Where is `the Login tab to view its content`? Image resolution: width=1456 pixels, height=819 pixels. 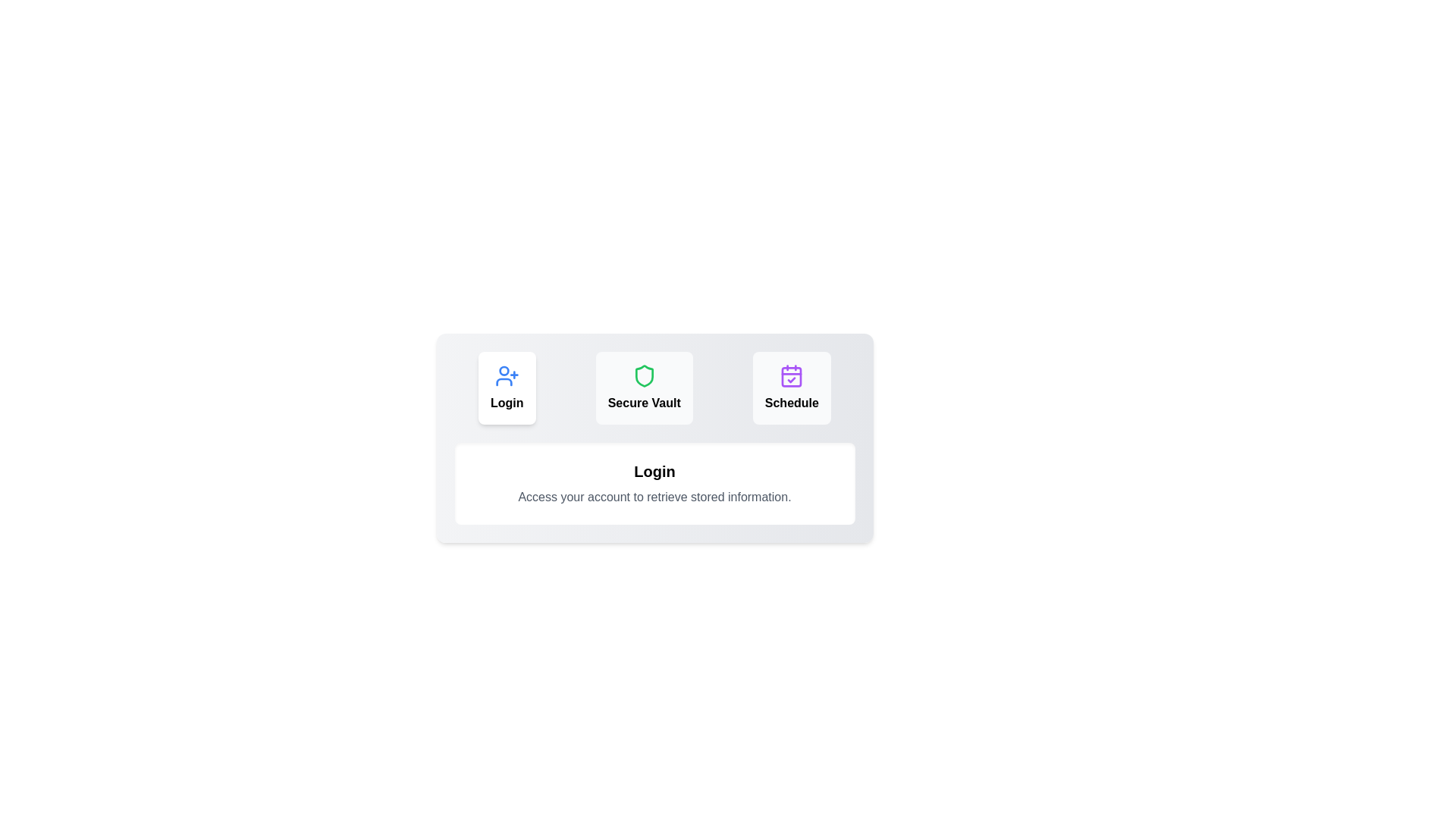 the Login tab to view its content is located at coordinates (507, 388).